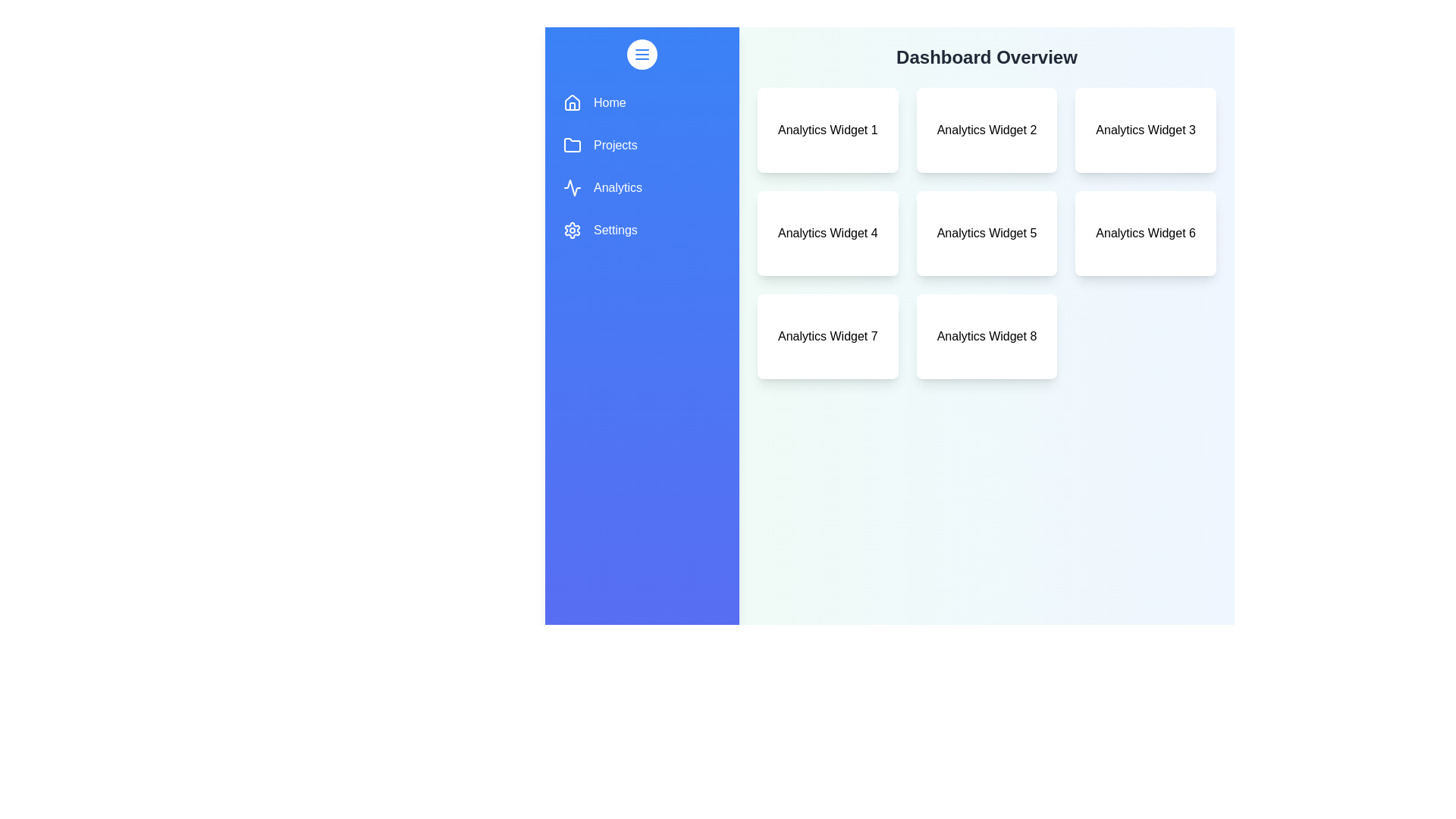 The image size is (1456, 819). Describe the element at coordinates (642, 102) in the screenshot. I see `the menu item Home to observe the hover effect` at that location.